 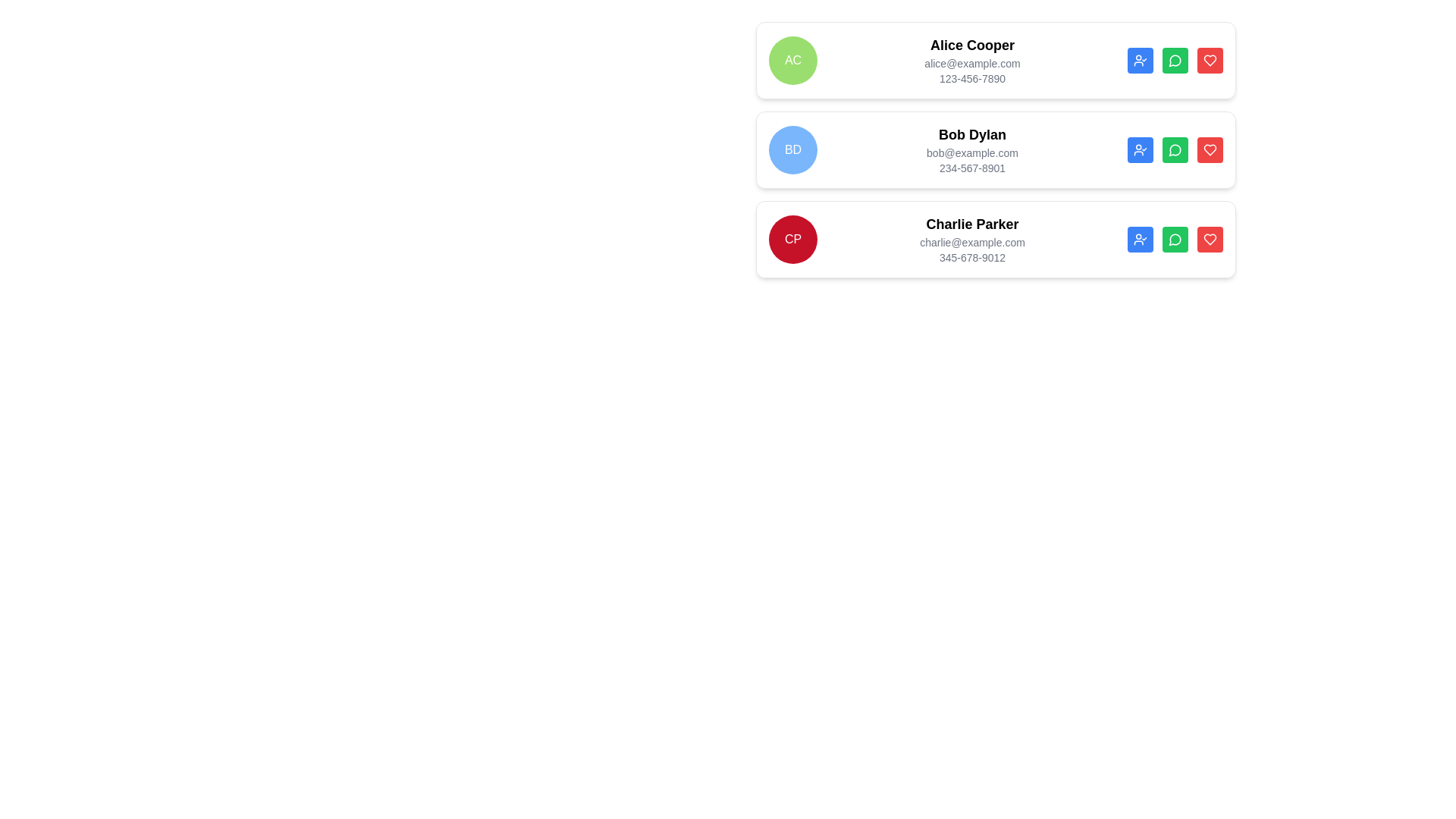 I want to click on the green square button with rounded corners, featuring a white outline of a speech bubble icon, located in the contact card of 'Alice Cooper' to initiate the messaging action, so click(x=1175, y=60).